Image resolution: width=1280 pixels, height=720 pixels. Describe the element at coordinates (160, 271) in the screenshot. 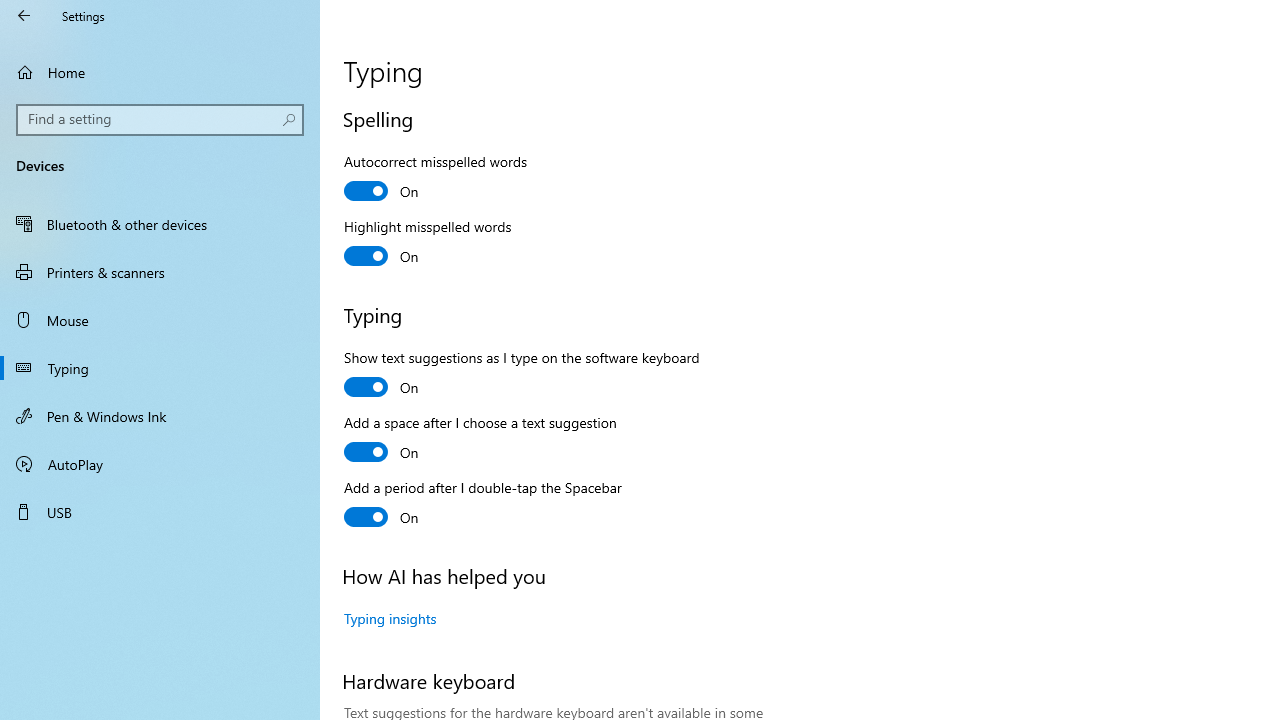

I see `'Printers & scanners'` at that location.